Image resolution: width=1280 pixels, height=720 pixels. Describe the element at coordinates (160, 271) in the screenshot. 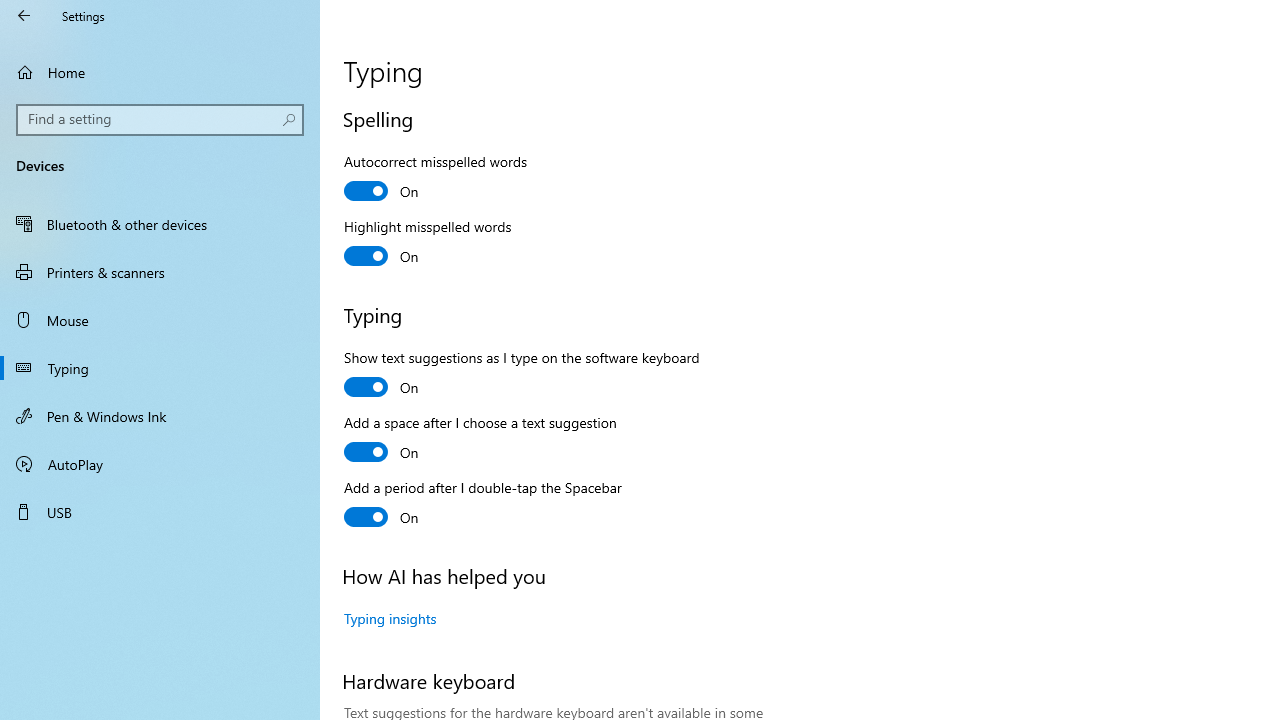

I see `'Printers & scanners'` at that location.